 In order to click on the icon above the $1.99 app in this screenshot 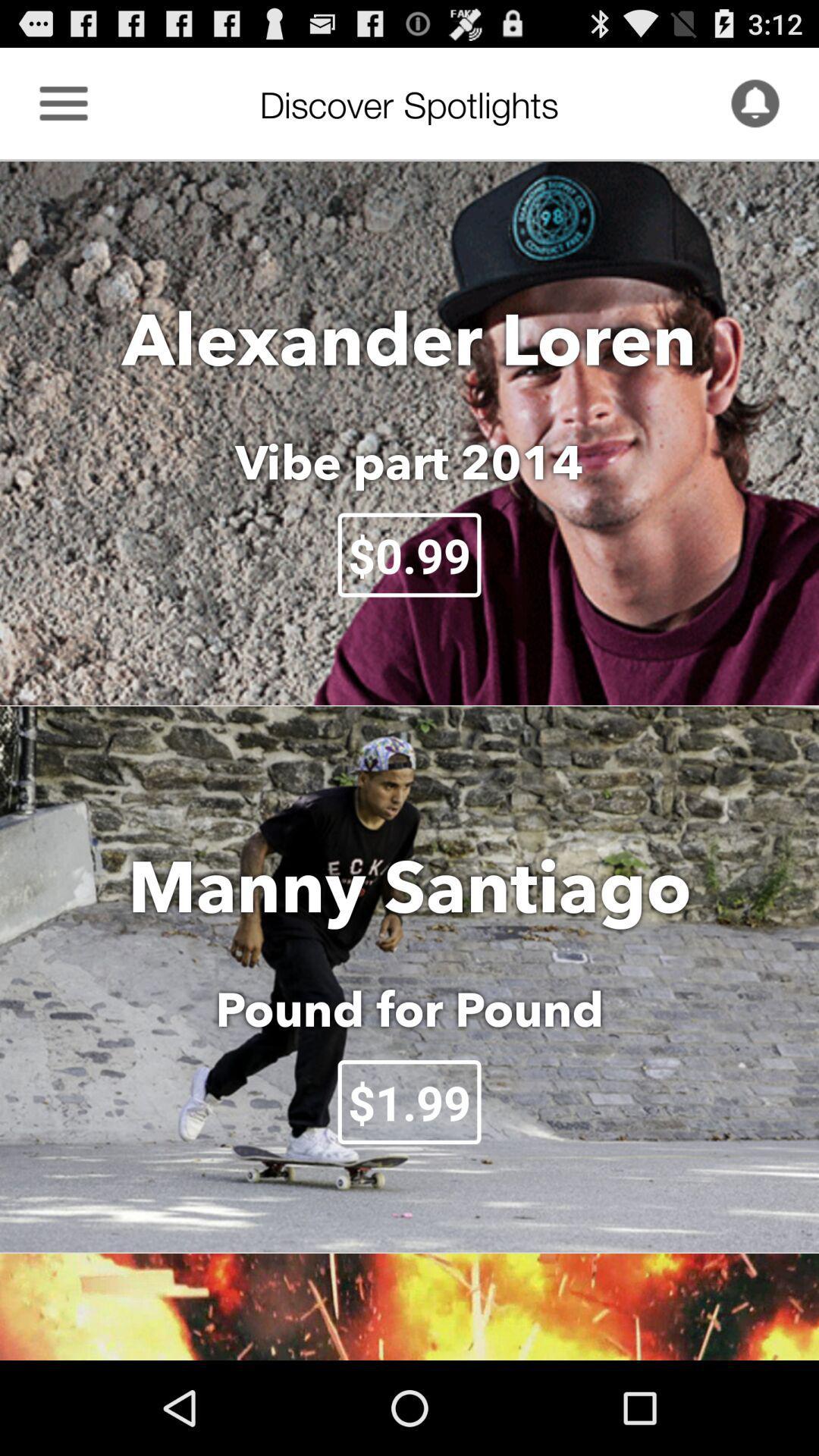, I will do `click(409, 1009)`.